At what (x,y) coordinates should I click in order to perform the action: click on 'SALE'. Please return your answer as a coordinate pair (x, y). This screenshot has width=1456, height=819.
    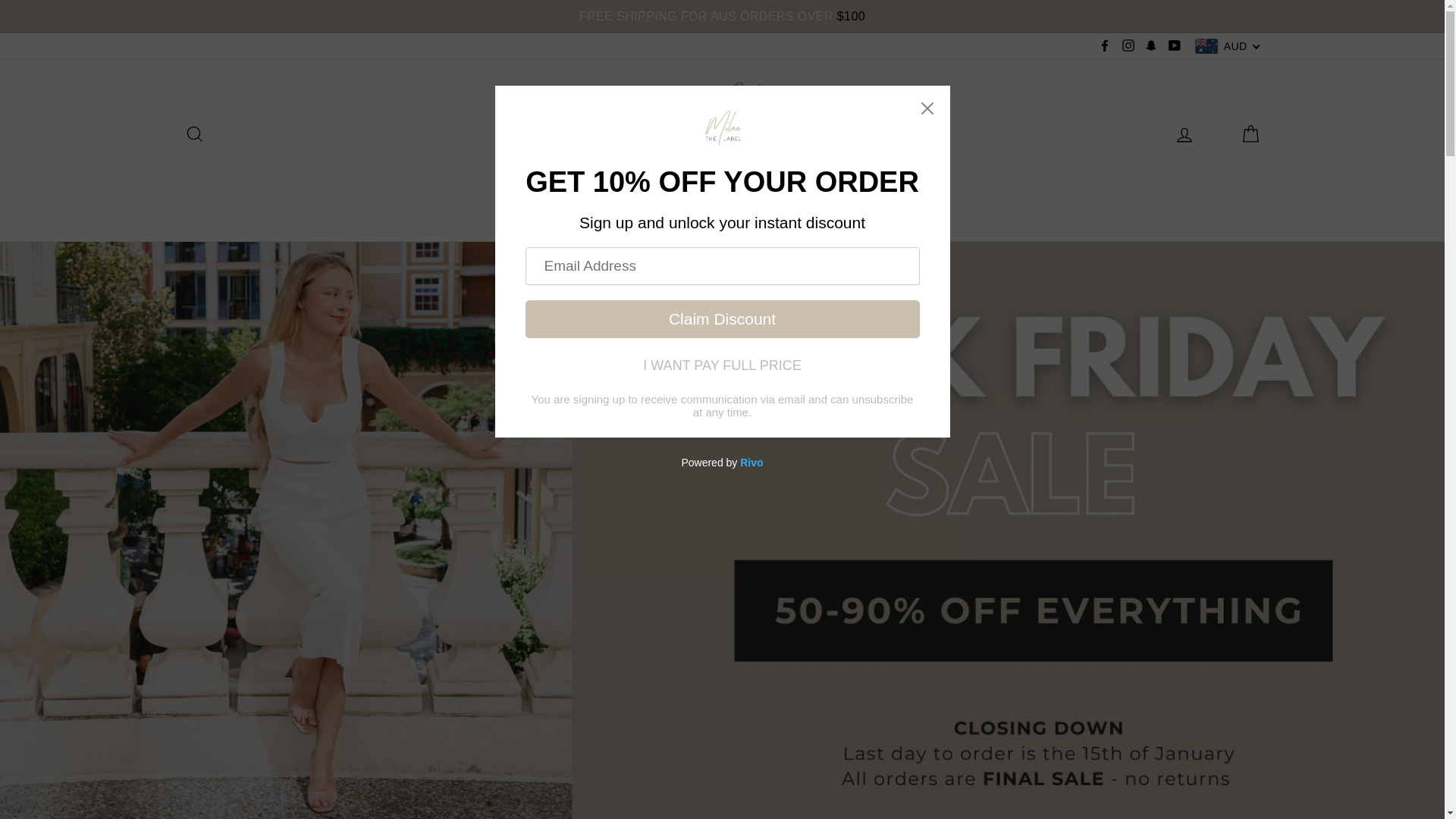
    Looking at the image, I should click on (742, 209).